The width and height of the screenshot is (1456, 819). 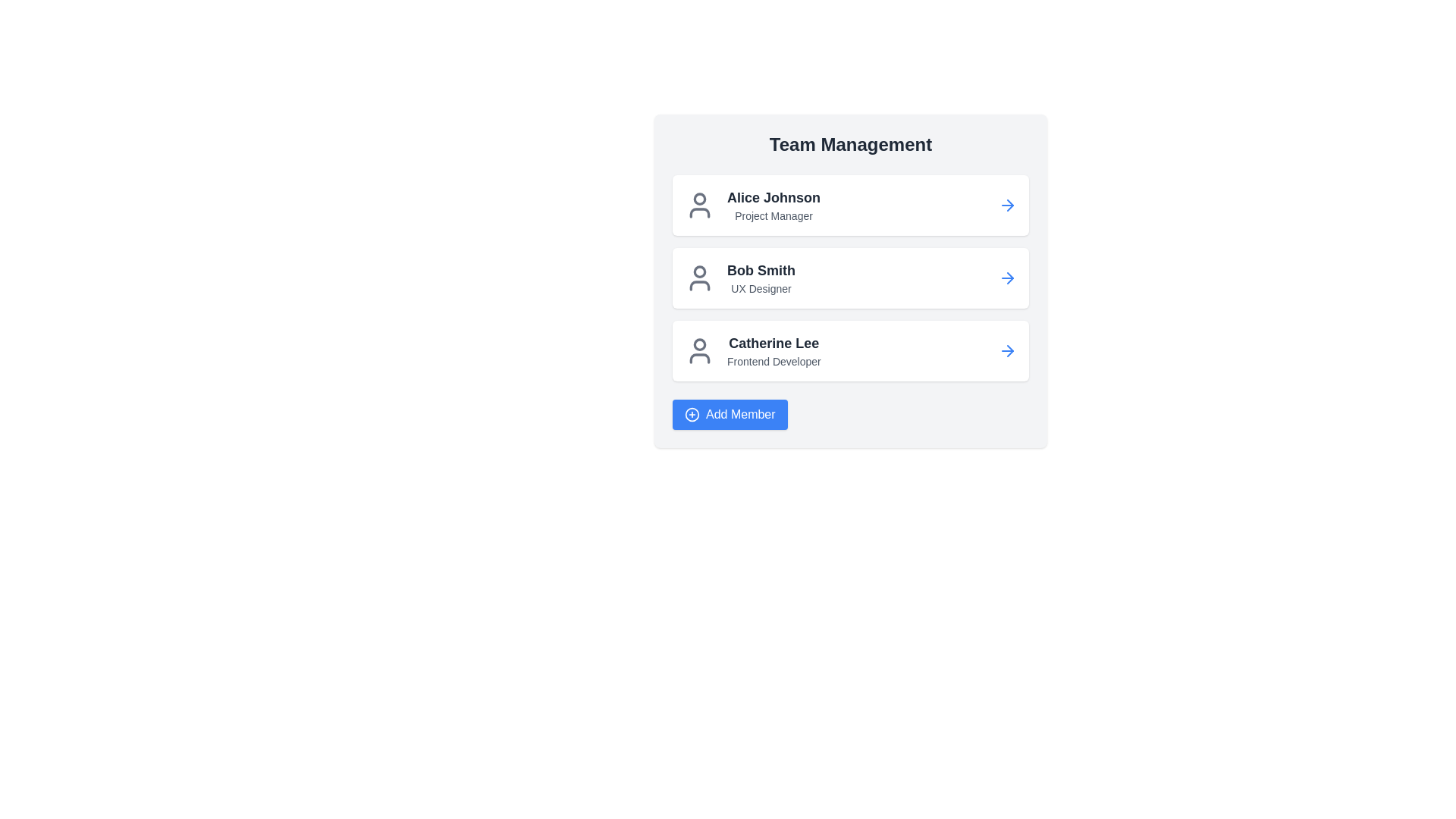 I want to click on the 'Add Member' button, which is a blue rectangular button with white text and a circular icon with a plus sign, so click(x=730, y=415).